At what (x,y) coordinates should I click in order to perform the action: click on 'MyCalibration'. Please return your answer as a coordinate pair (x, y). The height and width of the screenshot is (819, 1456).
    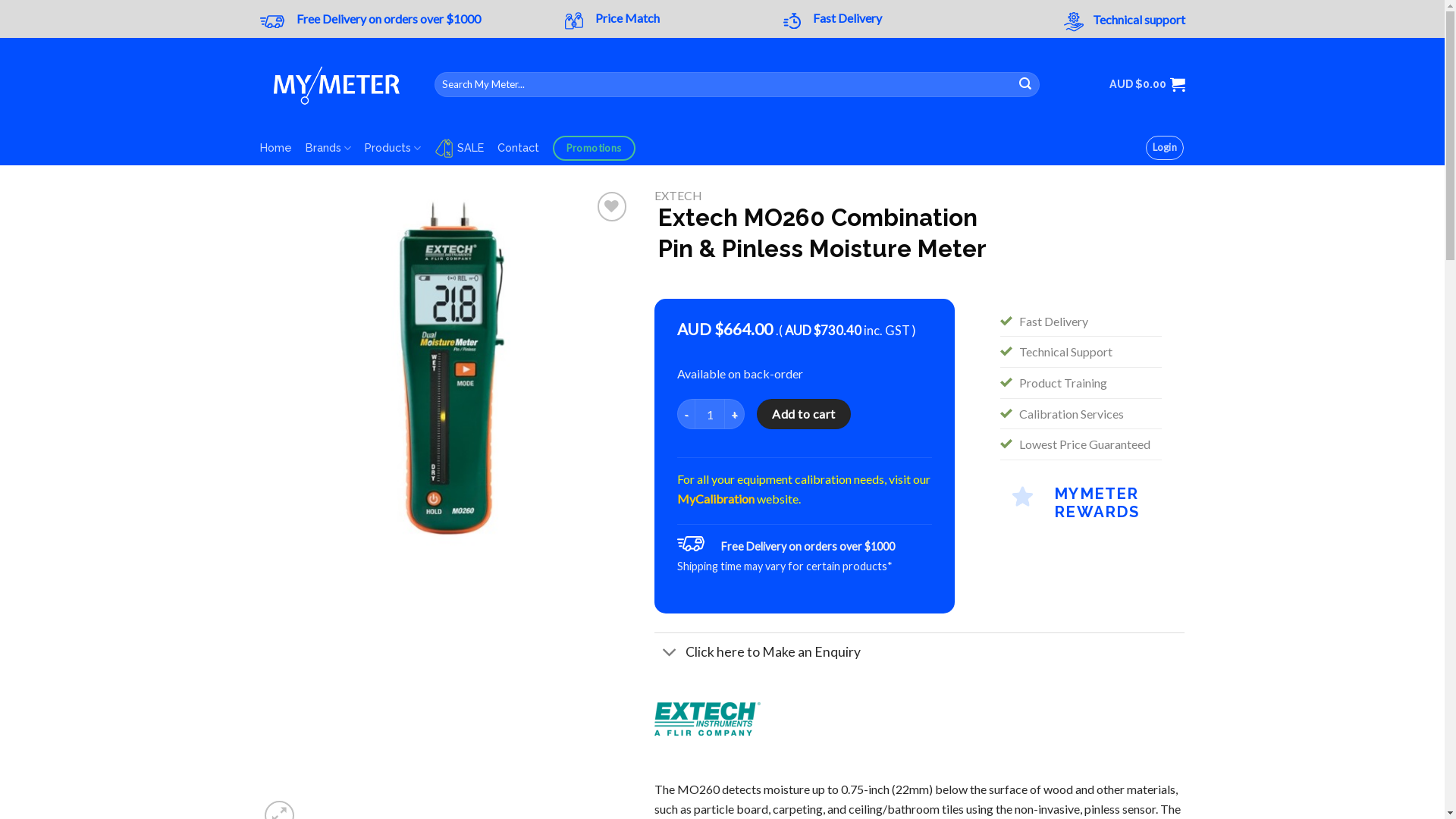
    Looking at the image, I should click on (715, 498).